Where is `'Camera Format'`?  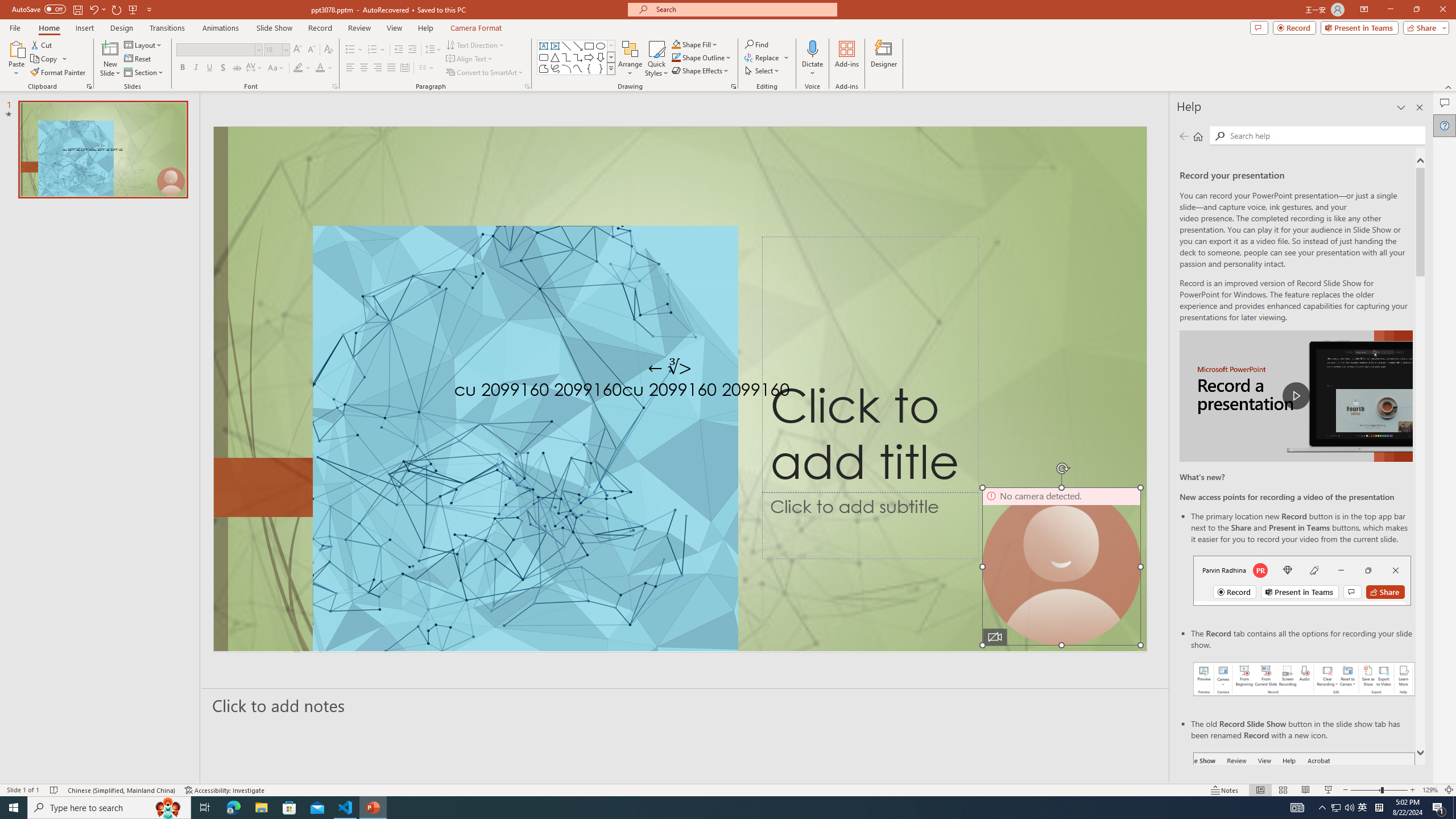 'Camera Format' is located at coordinates (475, 28).